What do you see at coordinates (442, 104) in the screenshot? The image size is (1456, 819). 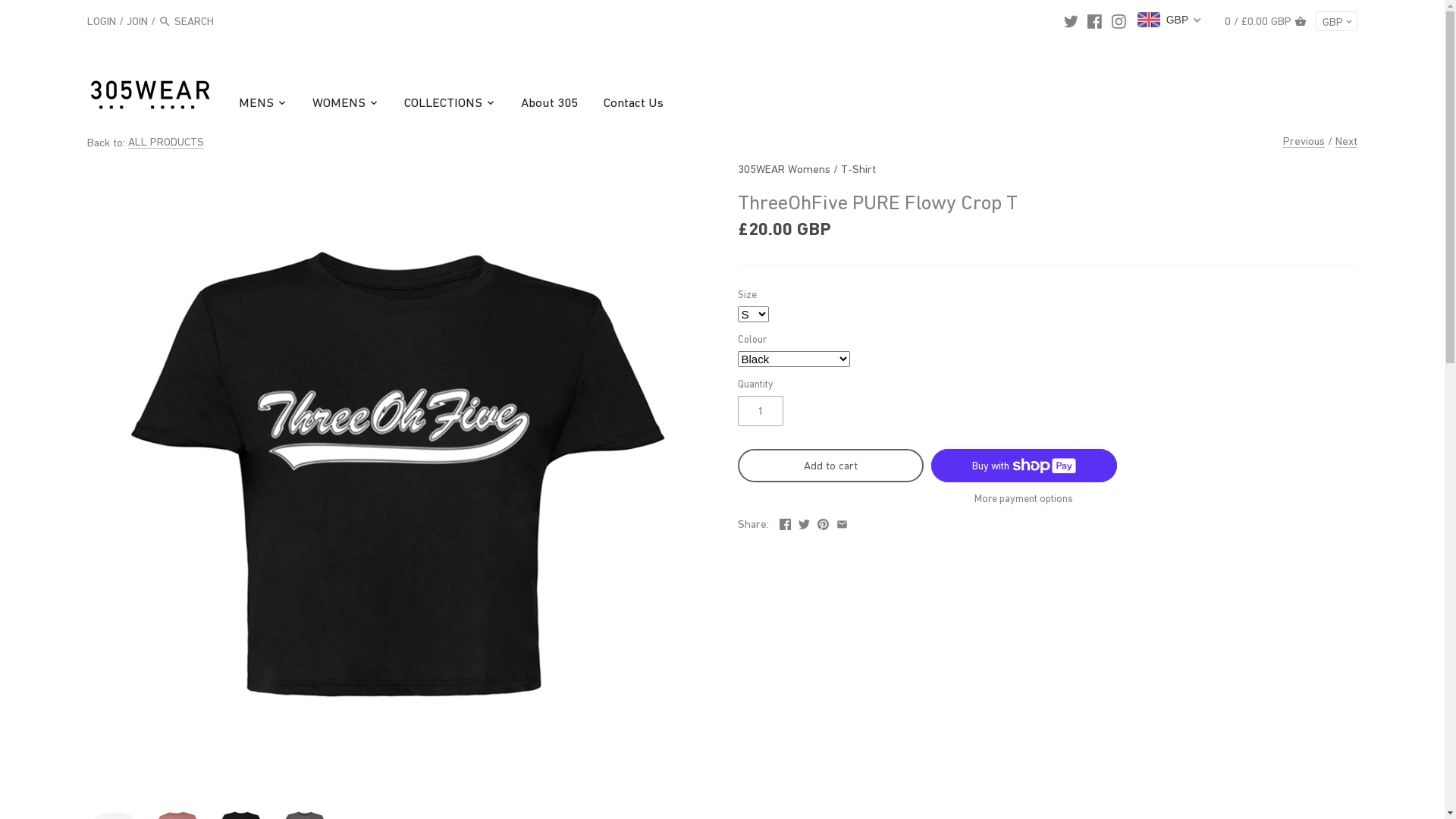 I see `'COLLECTIONS'` at bounding box center [442, 104].